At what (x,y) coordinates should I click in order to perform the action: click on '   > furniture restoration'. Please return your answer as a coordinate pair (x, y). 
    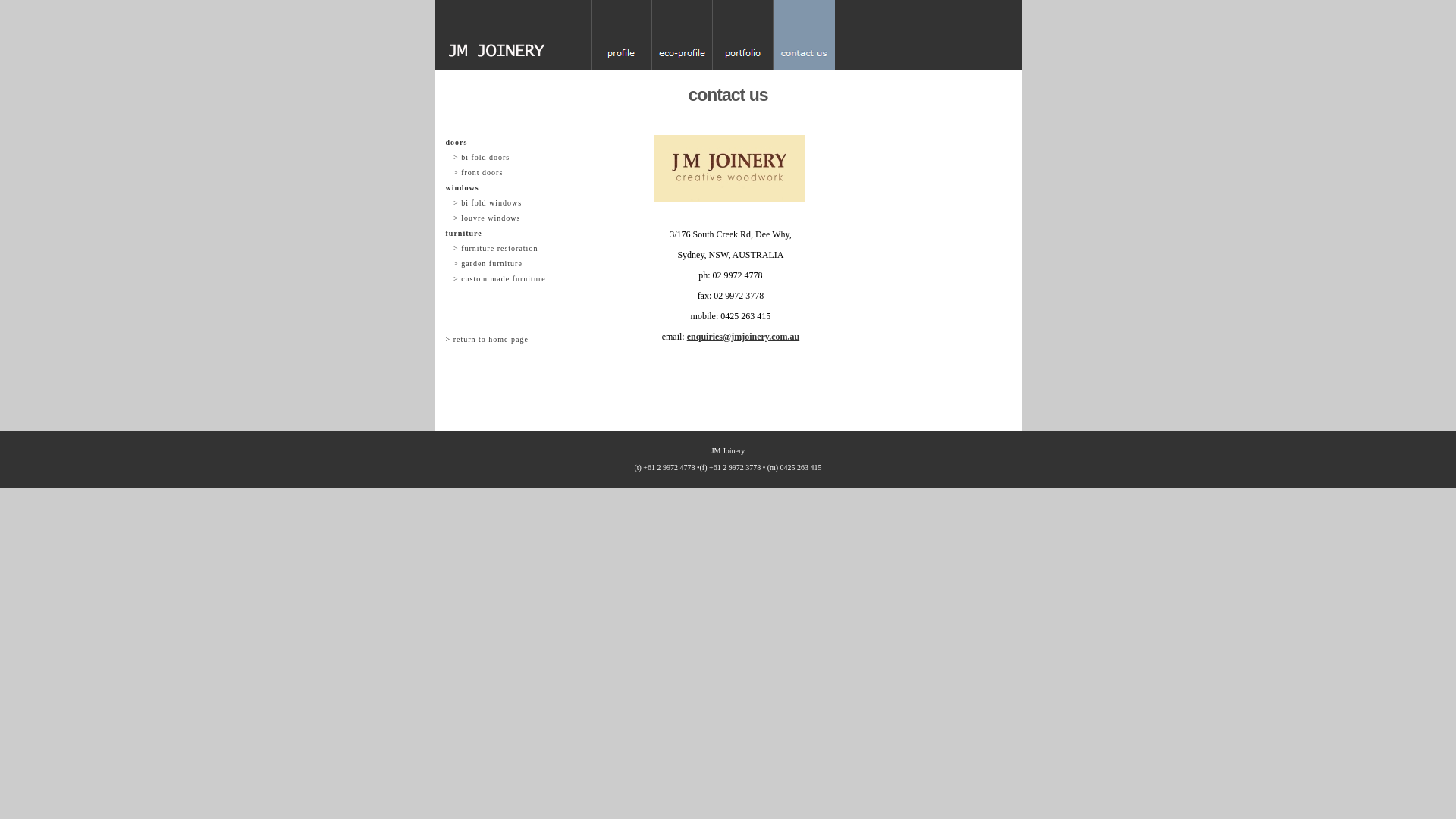
    Looking at the image, I should click on (506, 247).